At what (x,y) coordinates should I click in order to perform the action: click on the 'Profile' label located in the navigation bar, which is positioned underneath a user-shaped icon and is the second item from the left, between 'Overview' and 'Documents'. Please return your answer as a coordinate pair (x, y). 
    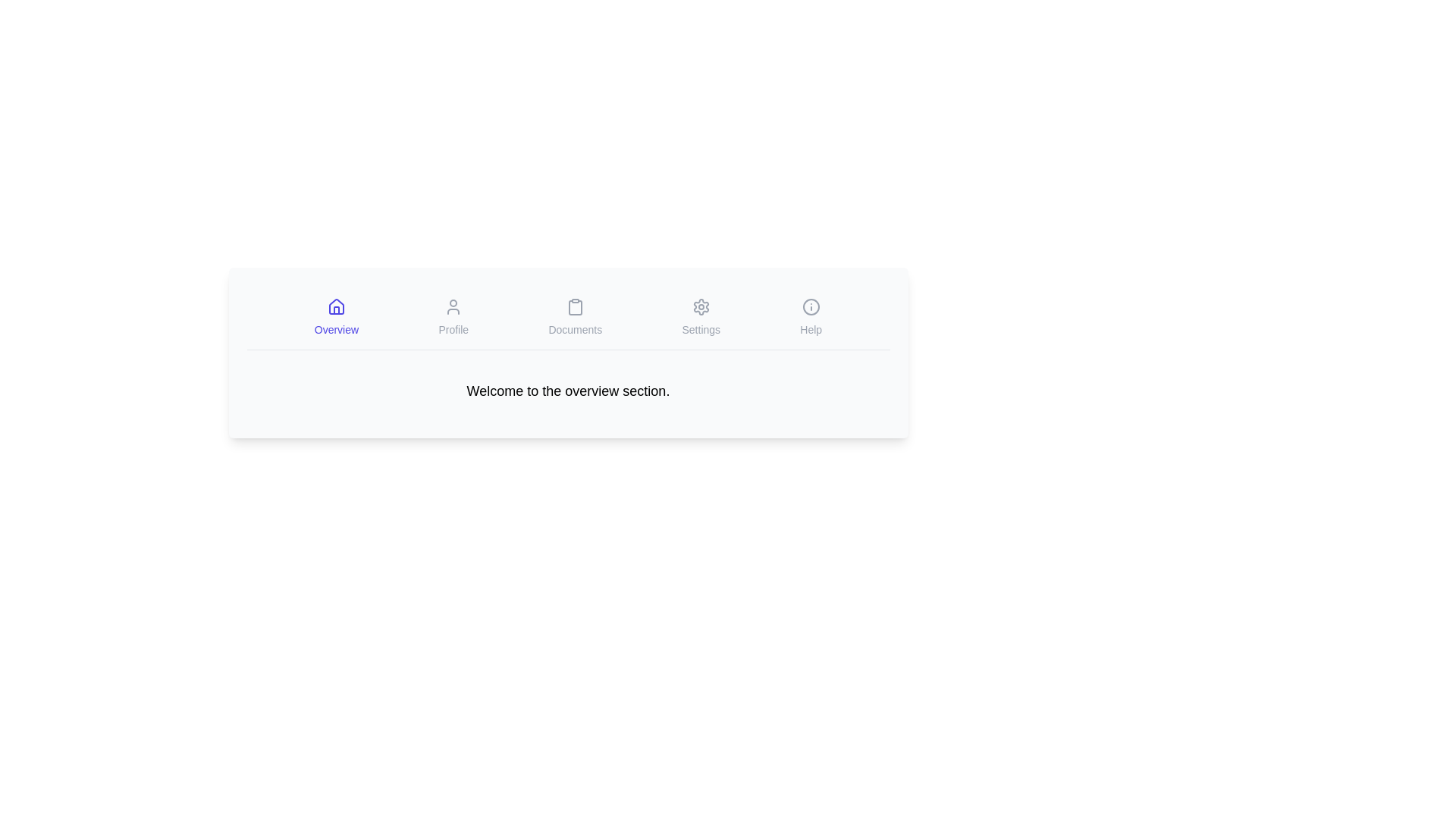
    Looking at the image, I should click on (453, 329).